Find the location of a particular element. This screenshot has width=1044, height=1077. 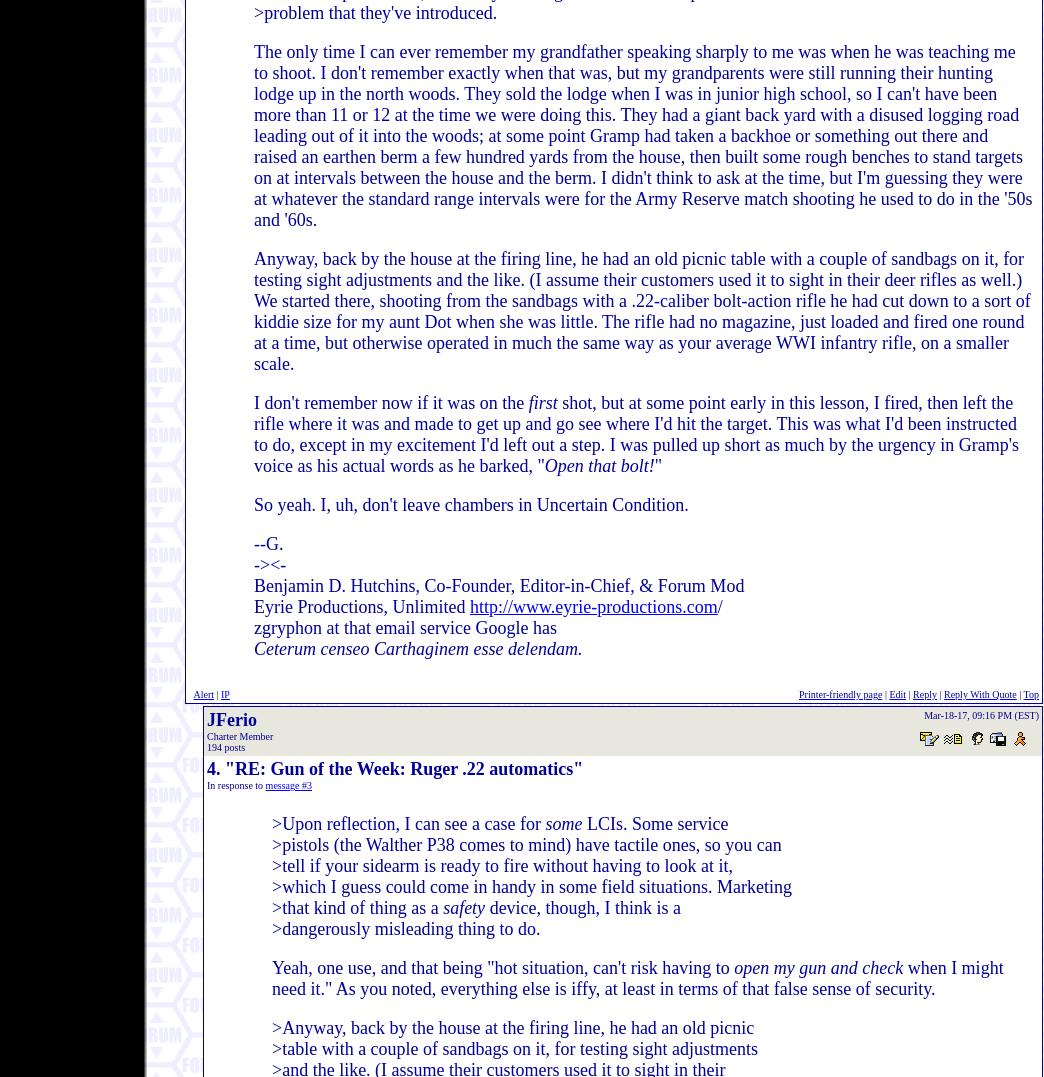

'http://www.eyrie-productions.com' is located at coordinates (592, 605).